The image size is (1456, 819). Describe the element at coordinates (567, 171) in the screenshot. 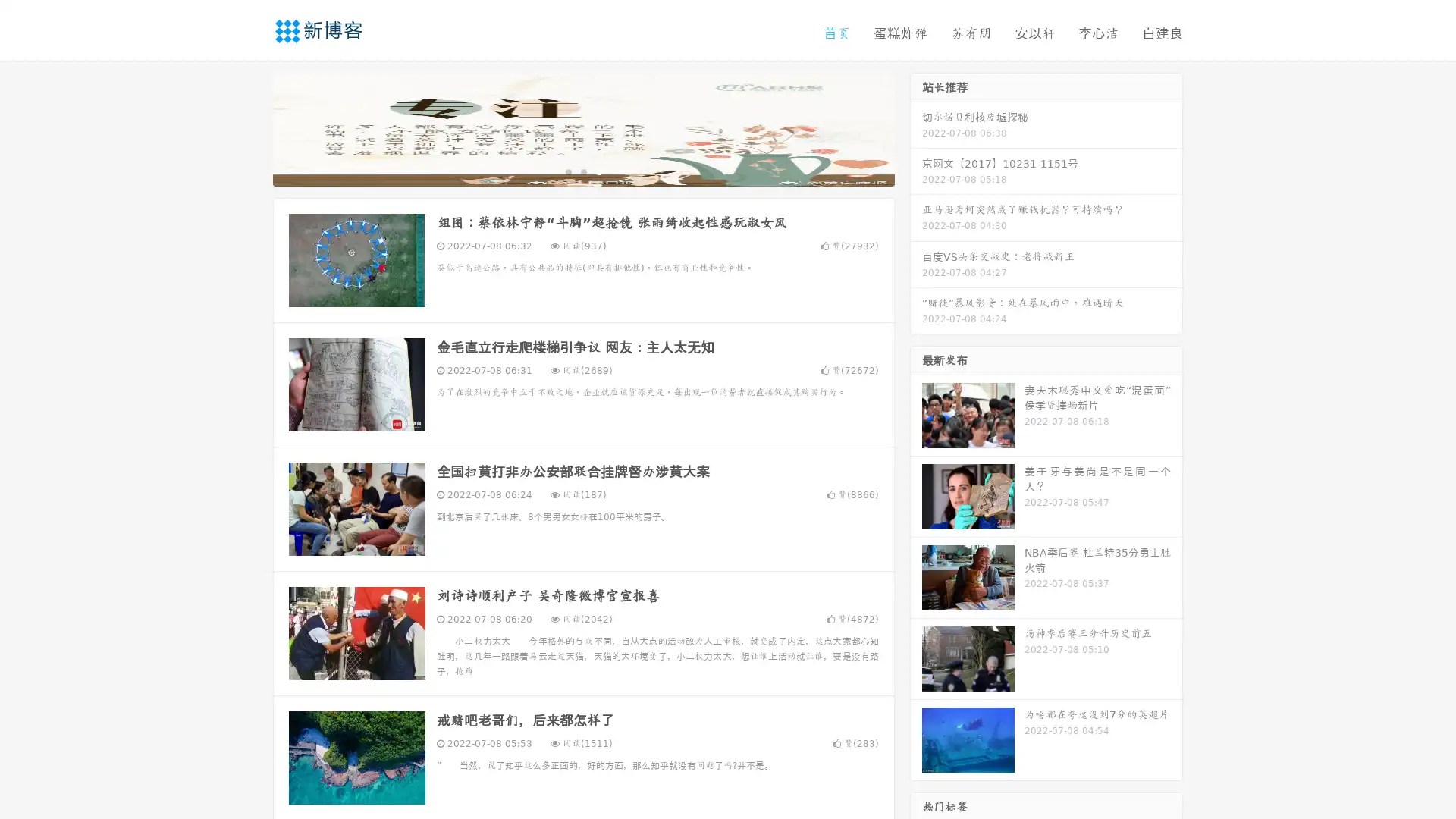

I see `Go to slide 1` at that location.